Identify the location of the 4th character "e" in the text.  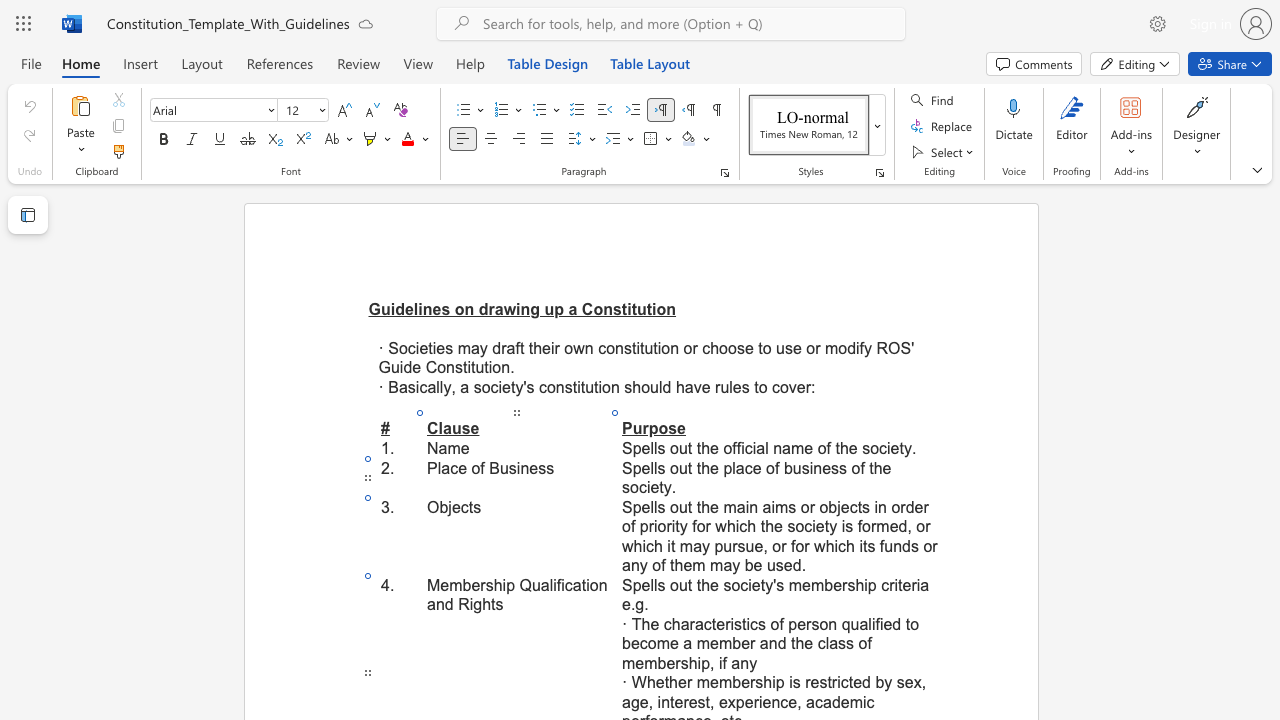
(806, 585).